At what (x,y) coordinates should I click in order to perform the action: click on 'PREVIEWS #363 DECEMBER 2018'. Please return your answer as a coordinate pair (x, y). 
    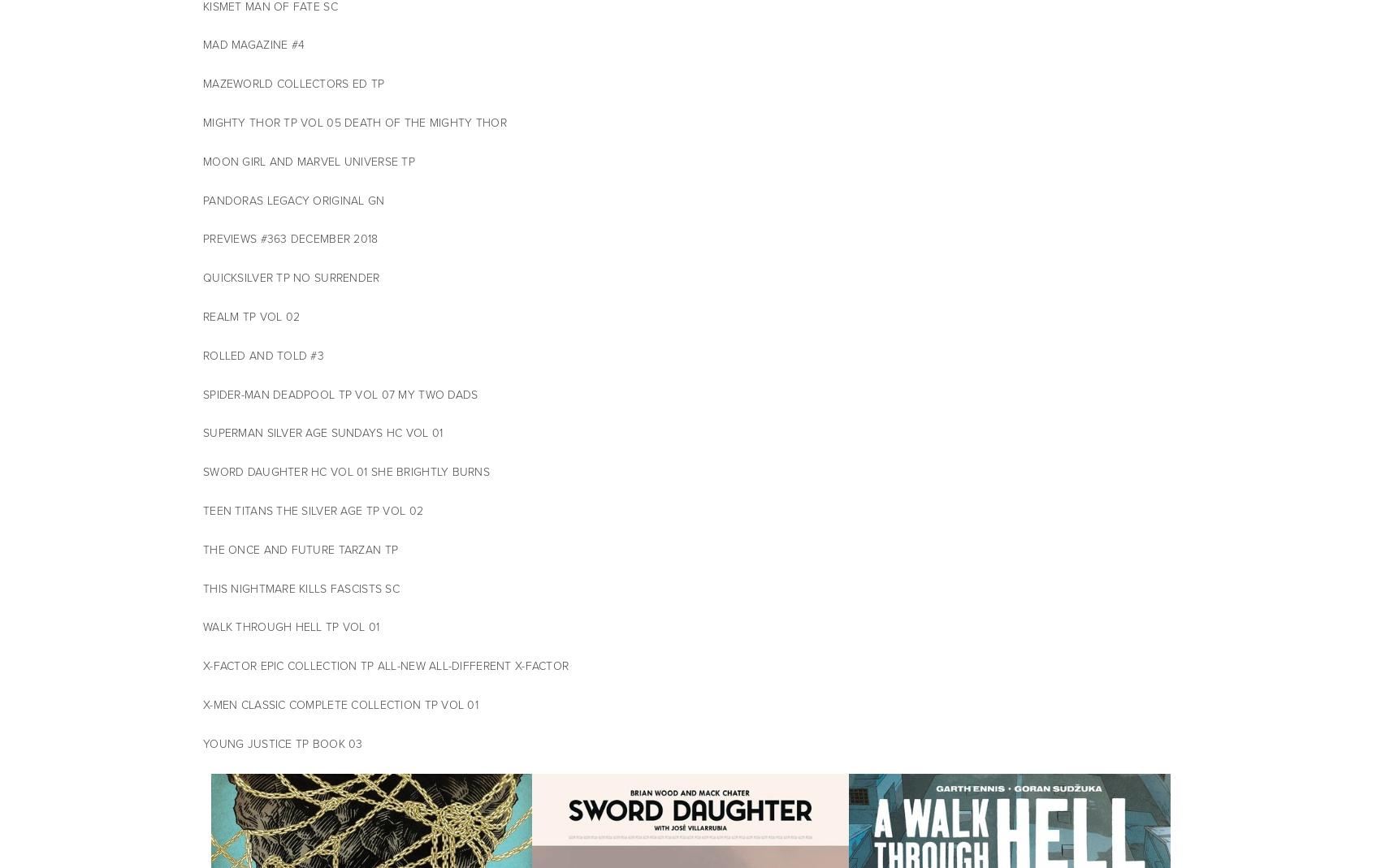
    Looking at the image, I should click on (289, 238).